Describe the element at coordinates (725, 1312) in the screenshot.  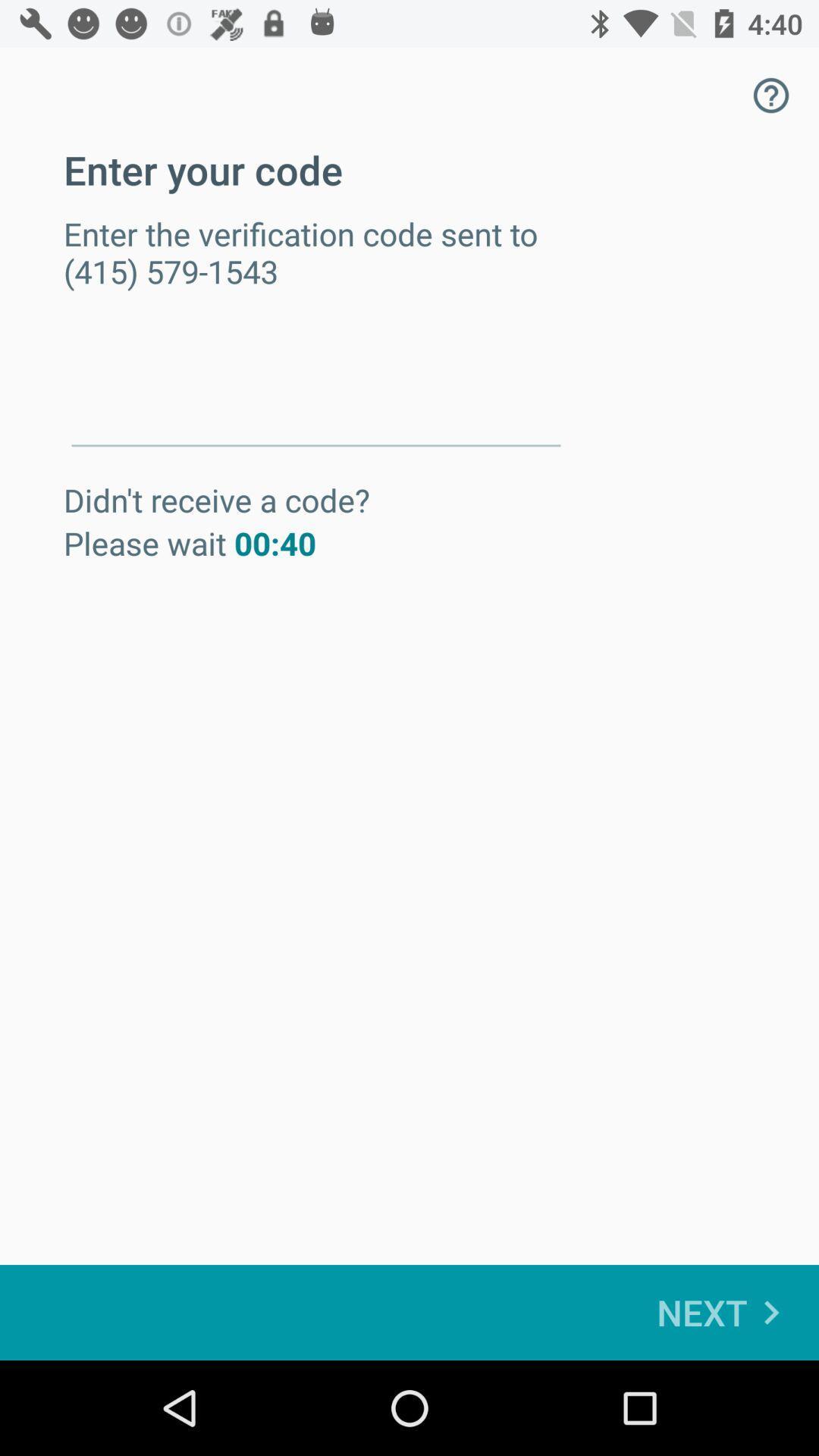
I see `the next icon` at that location.